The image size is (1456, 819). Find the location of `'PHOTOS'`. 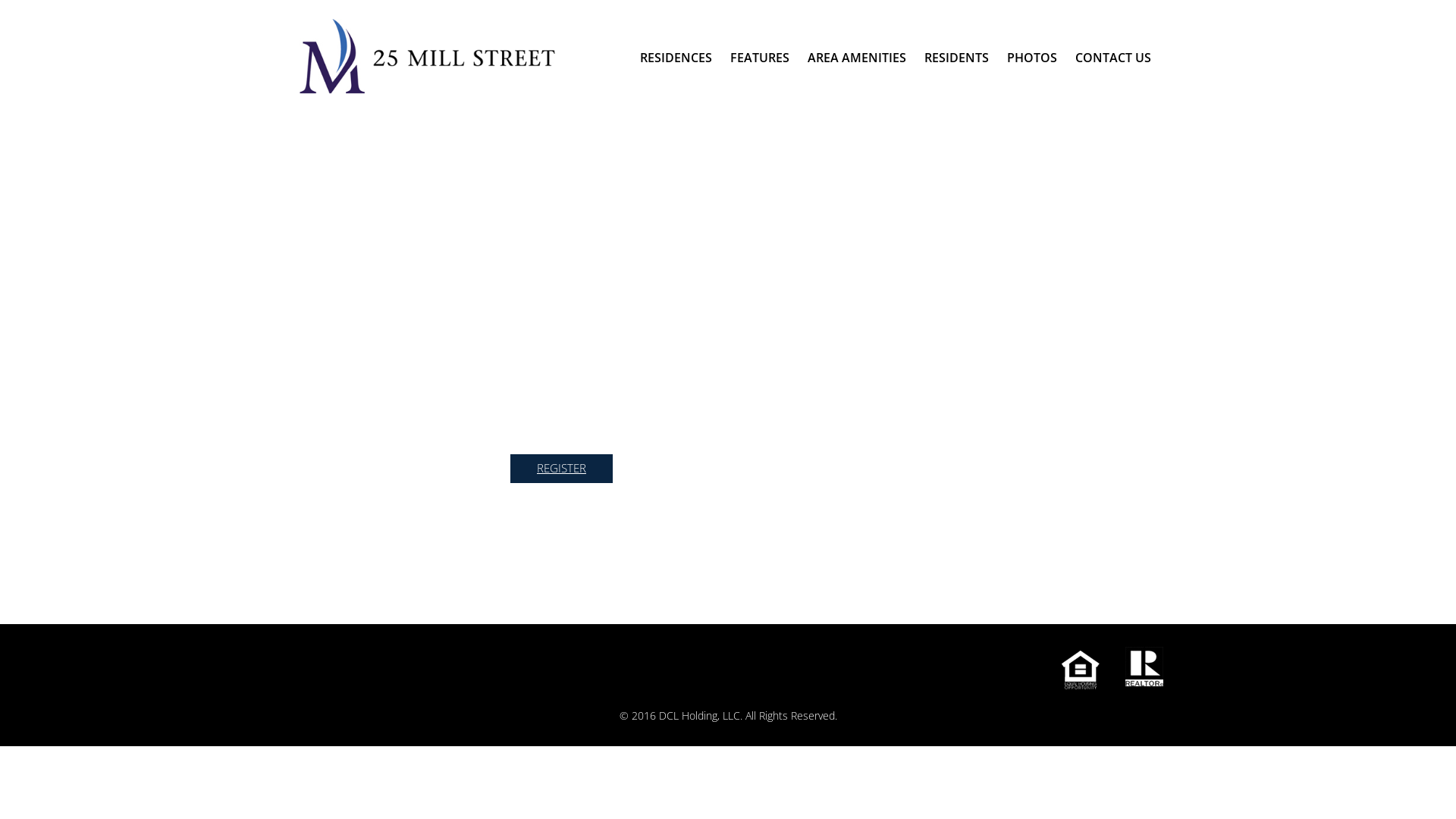

'PHOTOS' is located at coordinates (1031, 57).